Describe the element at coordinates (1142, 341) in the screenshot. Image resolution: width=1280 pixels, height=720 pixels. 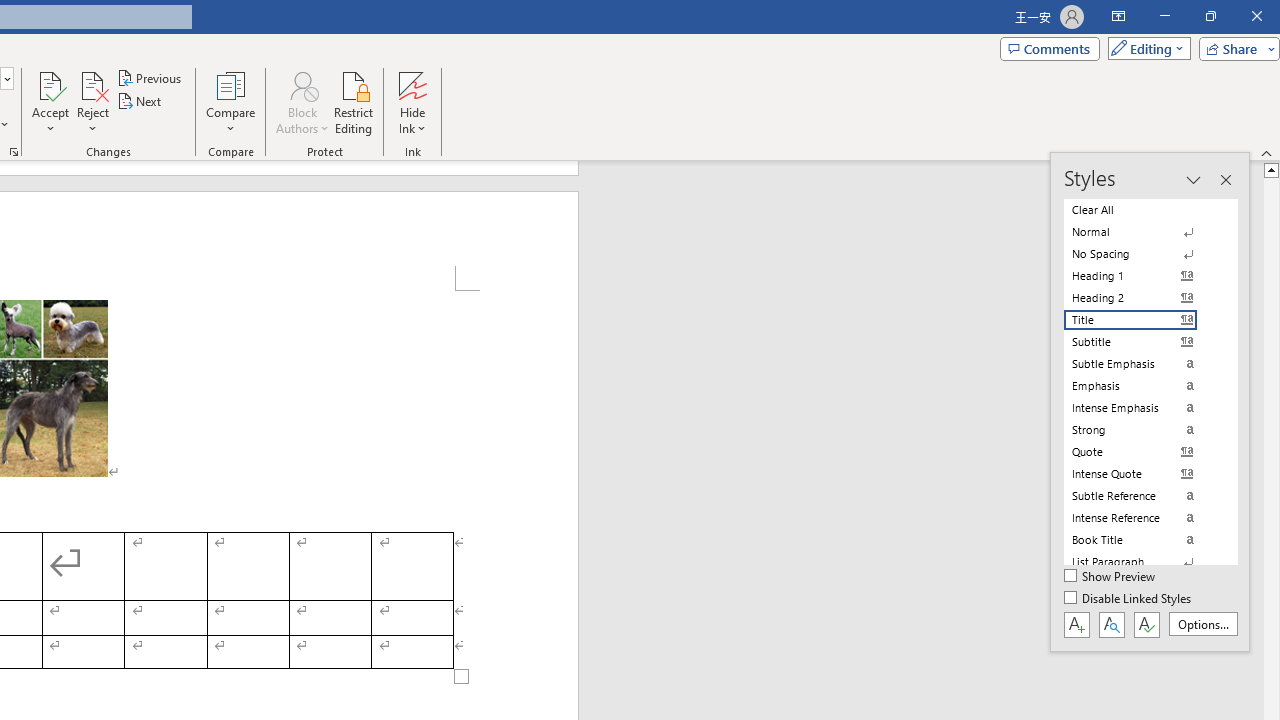
I see `'Subtitle'` at that location.